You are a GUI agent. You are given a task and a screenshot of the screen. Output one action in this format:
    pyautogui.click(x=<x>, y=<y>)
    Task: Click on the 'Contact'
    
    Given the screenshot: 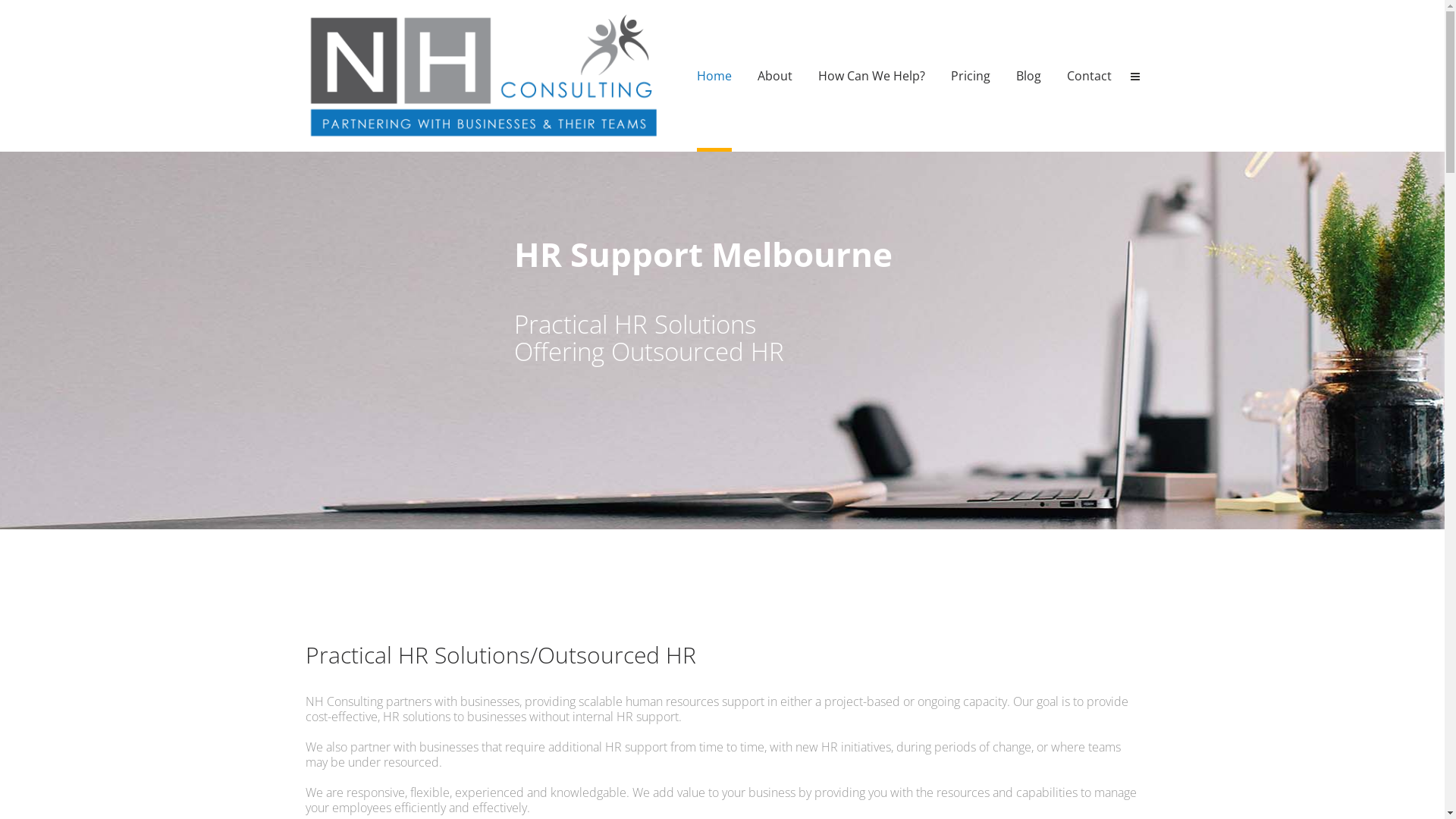 What is the action you would take?
    pyautogui.click(x=1087, y=76)
    